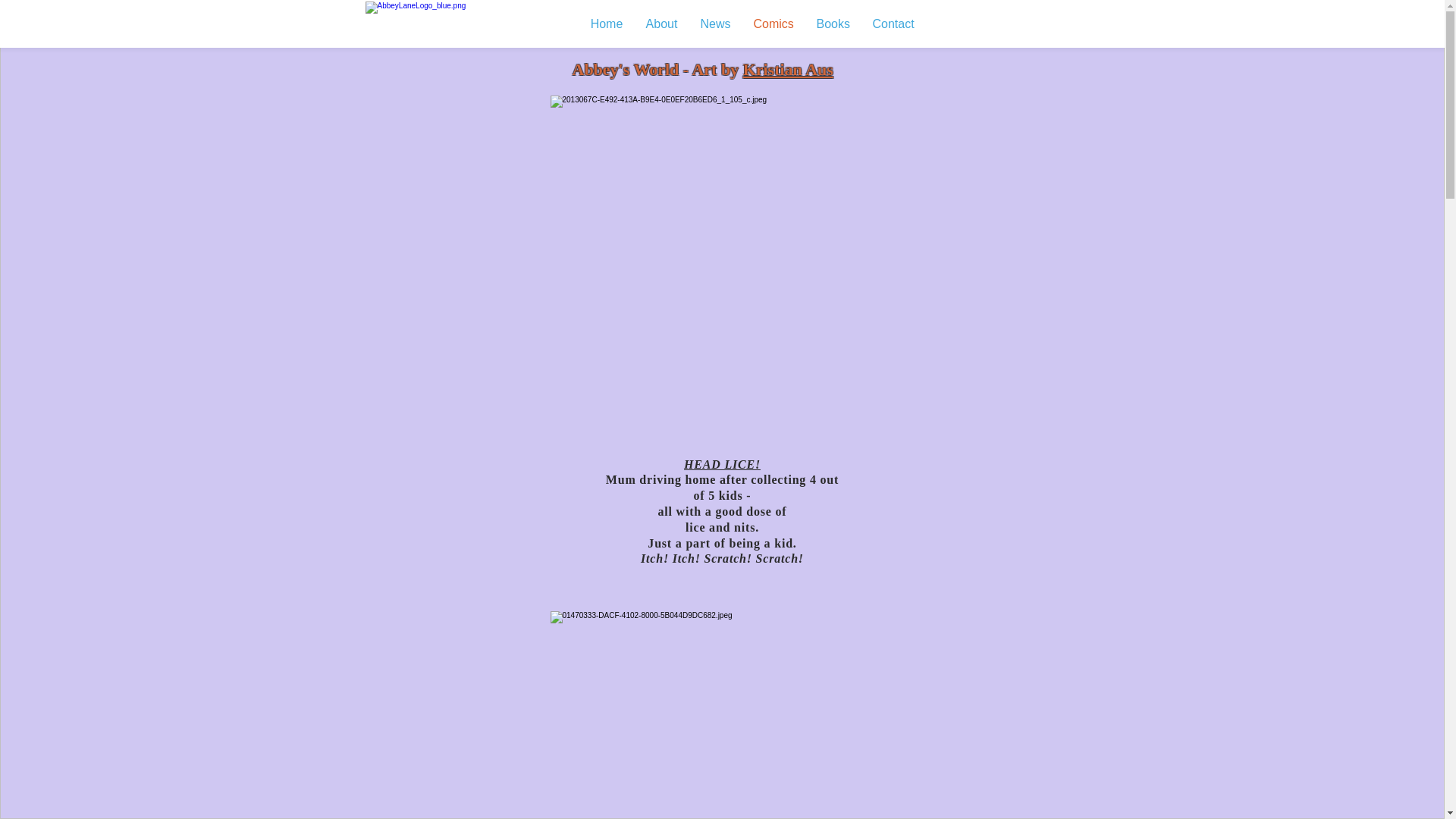 Image resolution: width=1456 pixels, height=819 pixels. What do you see at coordinates (661, 24) in the screenshot?
I see `'About'` at bounding box center [661, 24].